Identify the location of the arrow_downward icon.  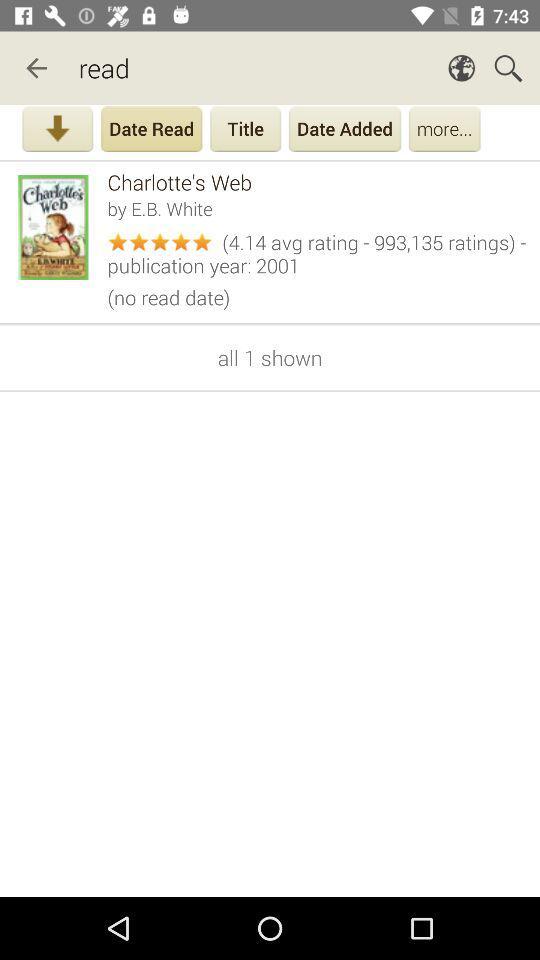
(57, 130).